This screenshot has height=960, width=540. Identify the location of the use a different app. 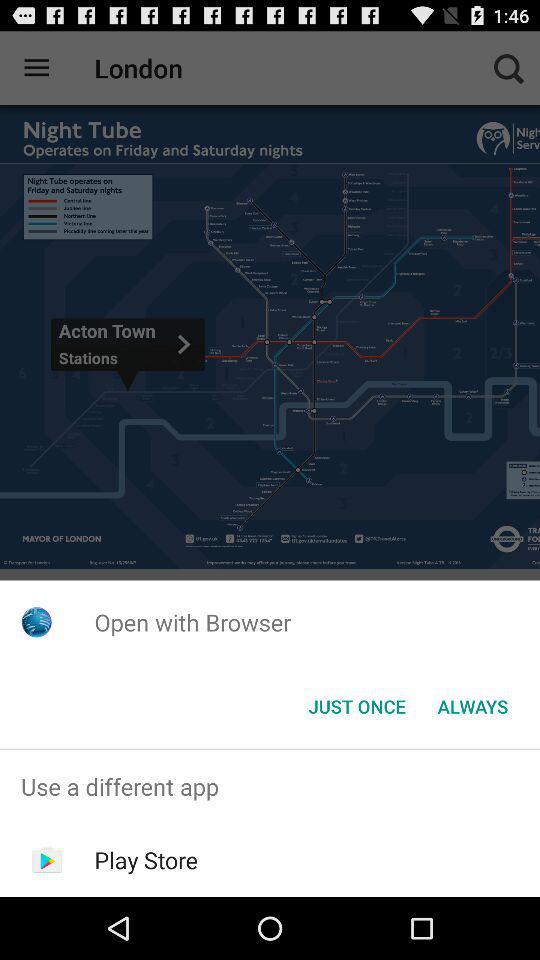
(270, 786).